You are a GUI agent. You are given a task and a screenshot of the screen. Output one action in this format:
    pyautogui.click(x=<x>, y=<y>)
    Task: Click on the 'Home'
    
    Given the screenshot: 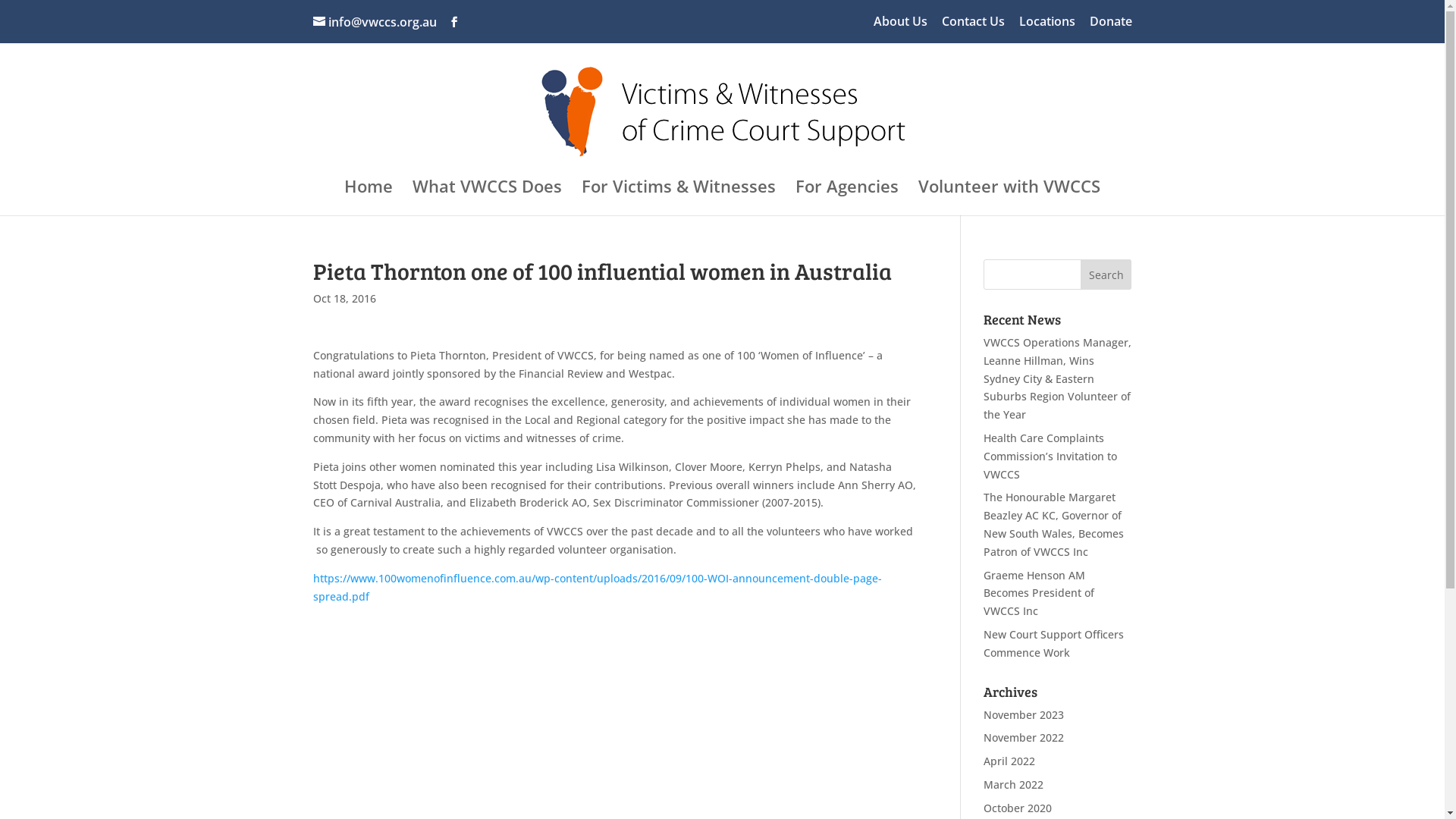 What is the action you would take?
    pyautogui.click(x=368, y=197)
    